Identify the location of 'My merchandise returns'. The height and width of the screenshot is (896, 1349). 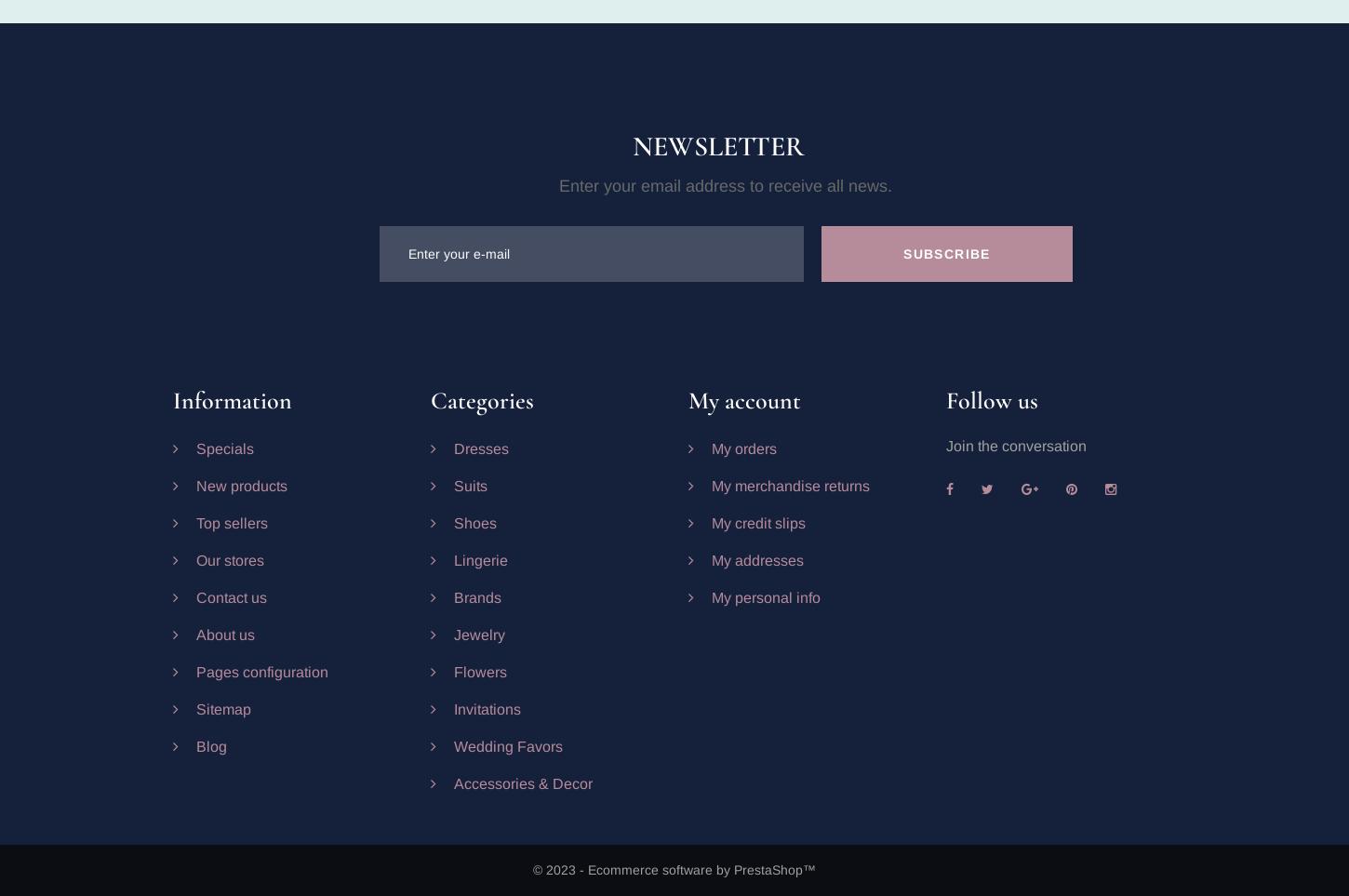
(788, 486).